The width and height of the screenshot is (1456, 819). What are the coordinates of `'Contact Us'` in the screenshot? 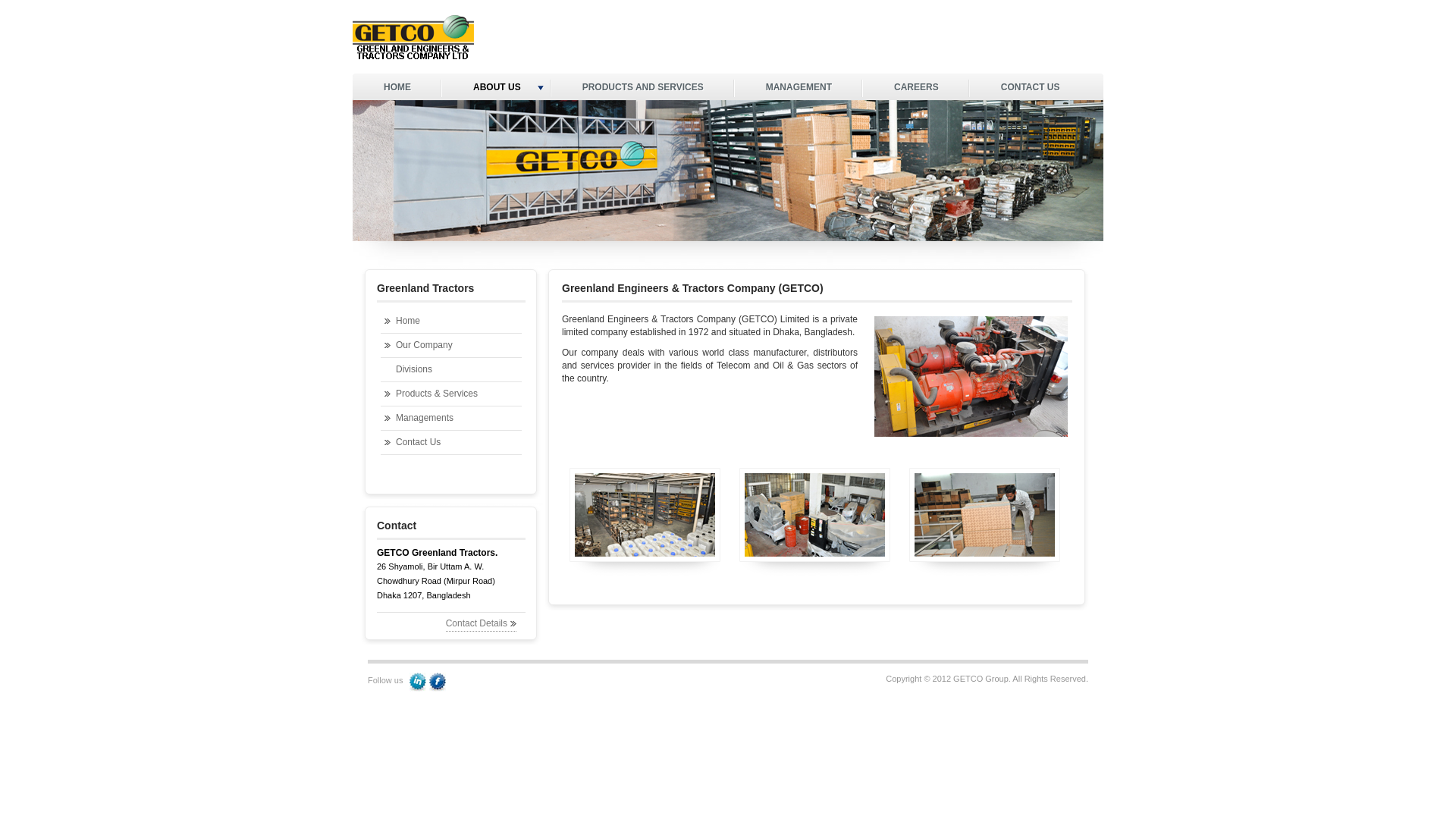 It's located at (450, 442).